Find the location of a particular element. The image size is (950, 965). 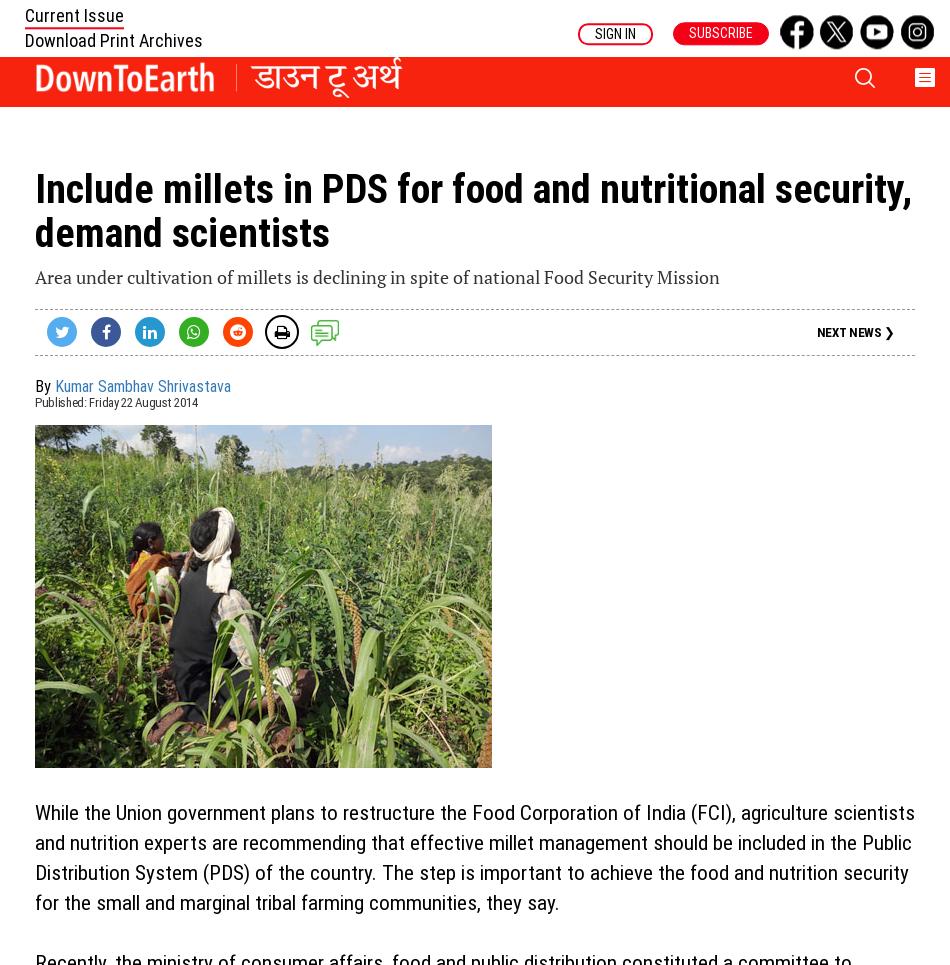

'While the Union government plans to restructure the Food Corporation of India (FCI), agriculture scientists and nutrition experts are recommending that effective millet management should be included in the Public Distribution System (PDS) of the country. The step is important to achieve the food and nutrition security for the small and marginal tribal farming communities, they say.' is located at coordinates (475, 857).